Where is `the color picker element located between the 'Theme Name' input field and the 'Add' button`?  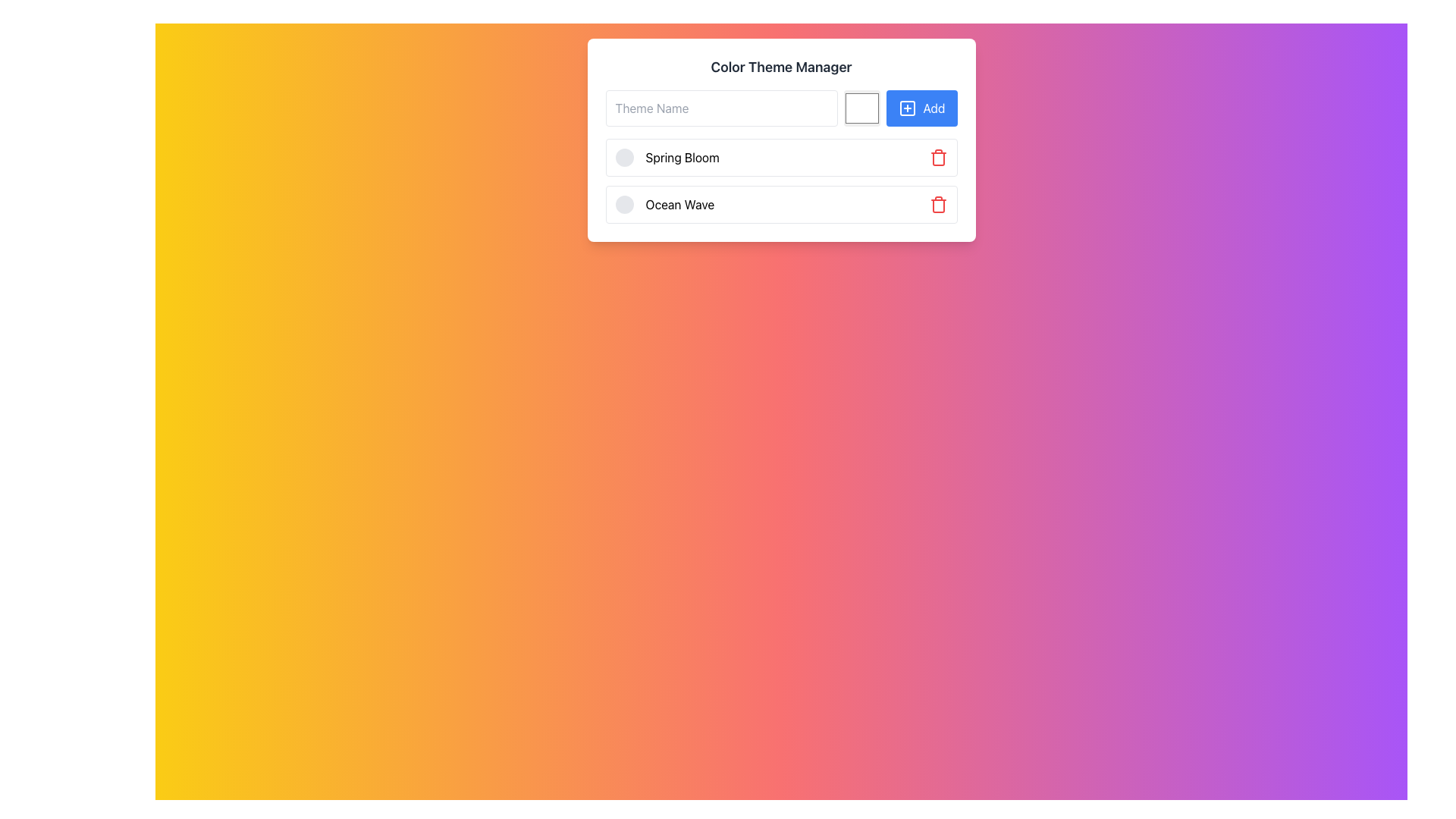
the color picker element located between the 'Theme Name' input field and the 'Add' button is located at coordinates (862, 107).